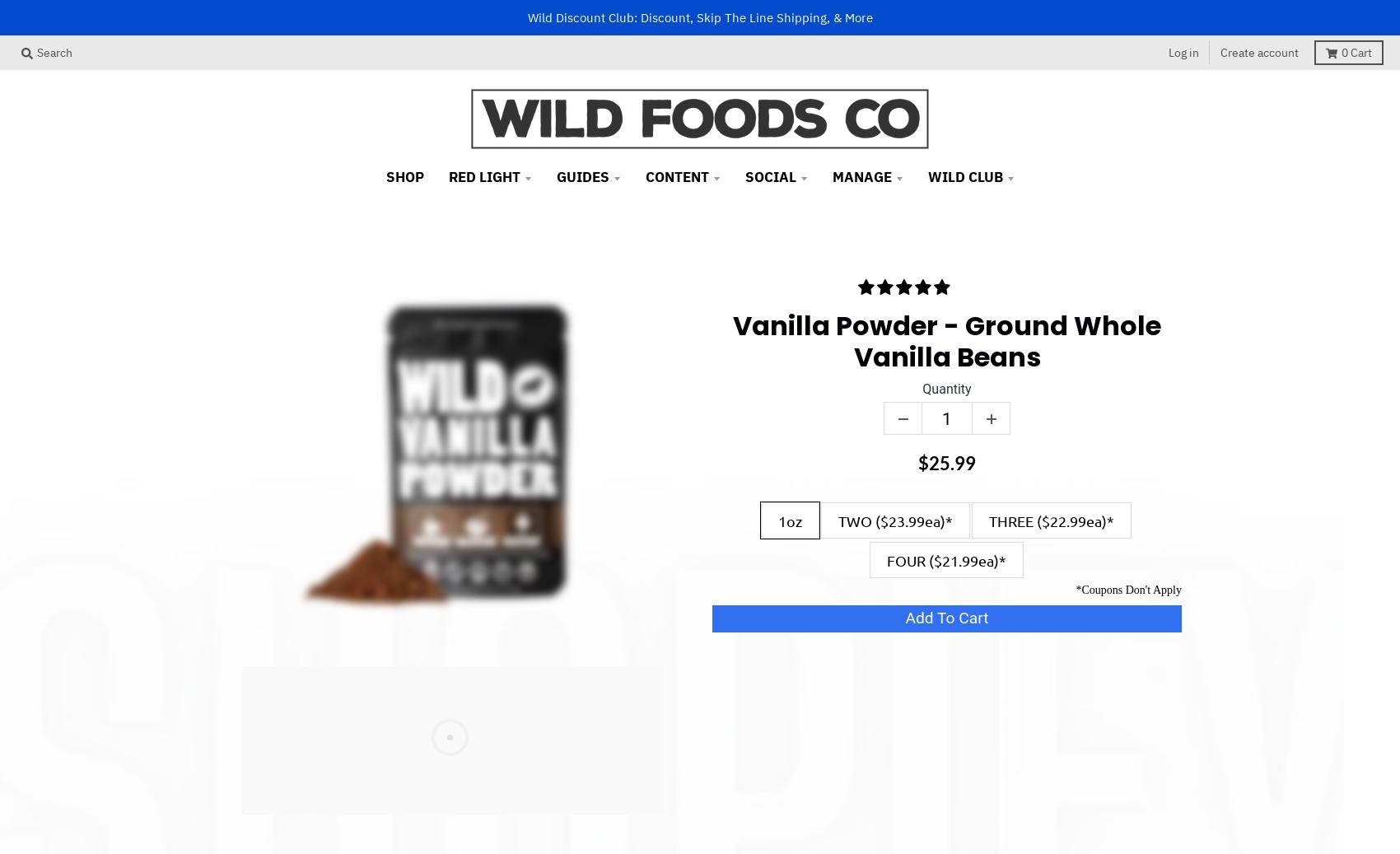 This screenshot has width=1400, height=854. What do you see at coordinates (54, 50) in the screenshot?
I see `'Search'` at bounding box center [54, 50].